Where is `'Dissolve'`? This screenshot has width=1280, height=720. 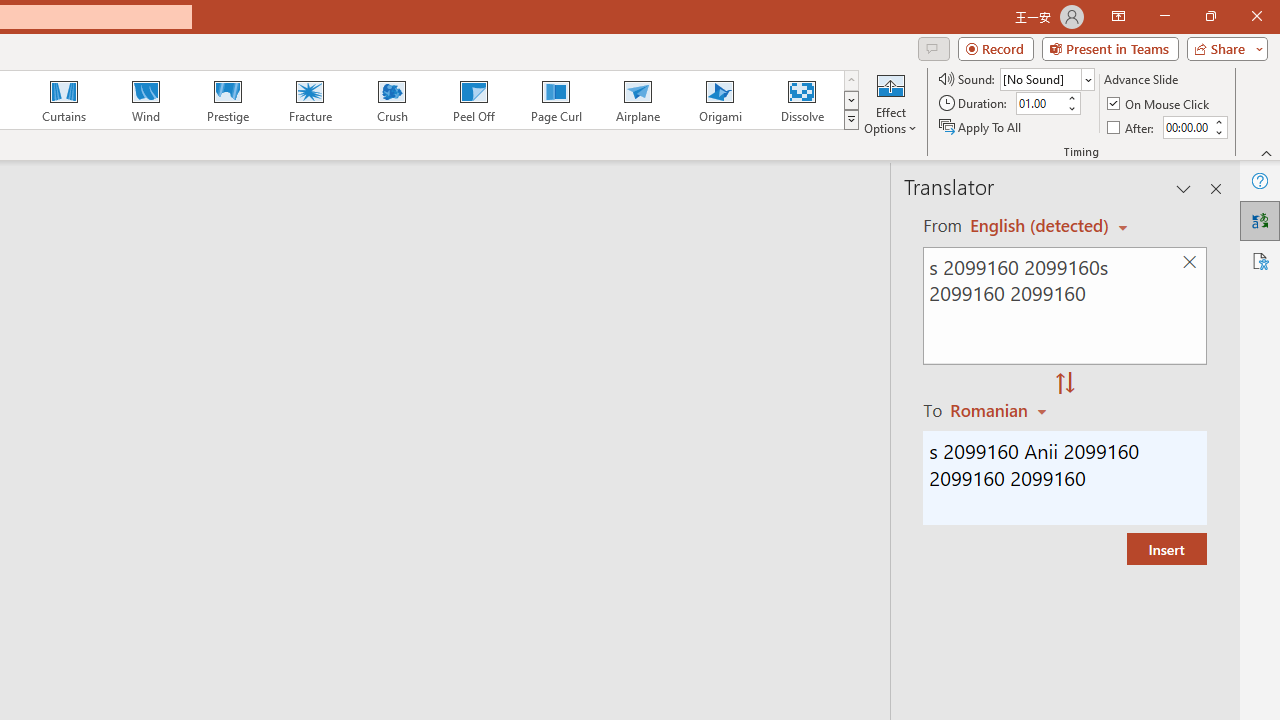 'Dissolve' is located at coordinates (802, 100).